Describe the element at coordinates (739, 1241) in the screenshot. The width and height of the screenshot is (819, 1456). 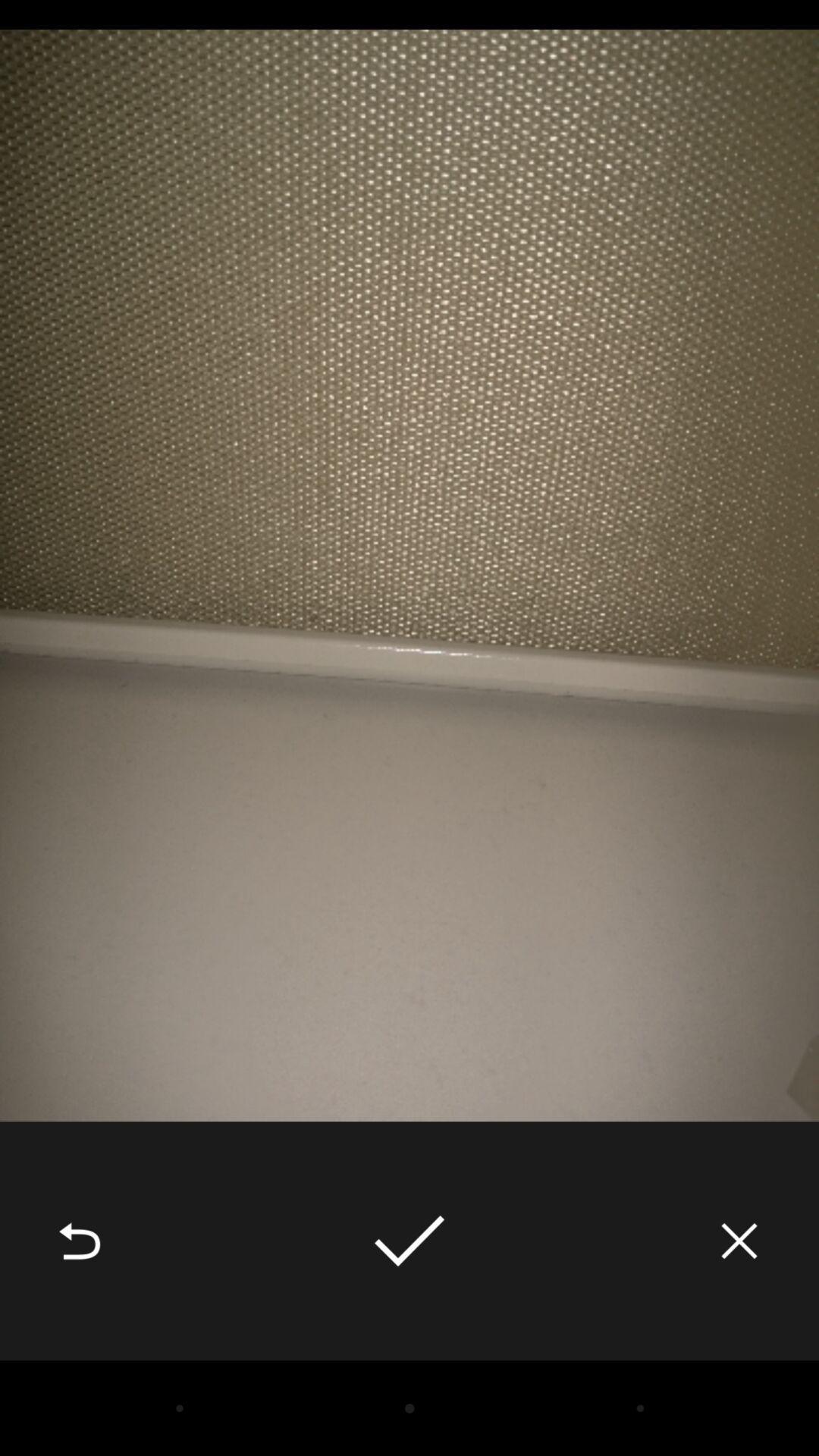
I see `icon at the bottom right corner` at that location.